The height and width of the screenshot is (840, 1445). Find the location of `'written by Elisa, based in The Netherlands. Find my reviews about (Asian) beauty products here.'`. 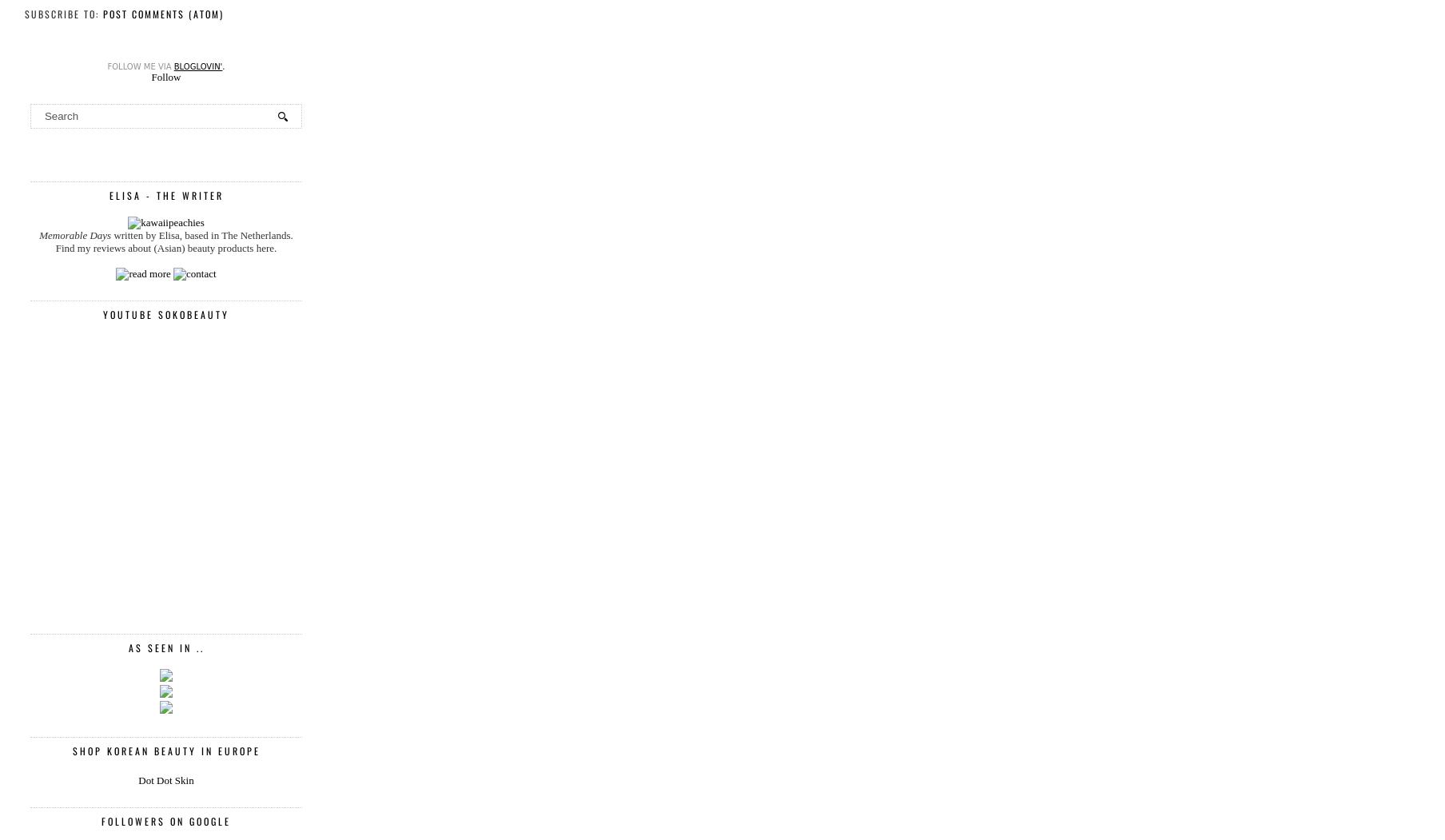

'written by Elisa, based in The Netherlands. Find my reviews about (Asian) beauty products here.' is located at coordinates (173, 241).